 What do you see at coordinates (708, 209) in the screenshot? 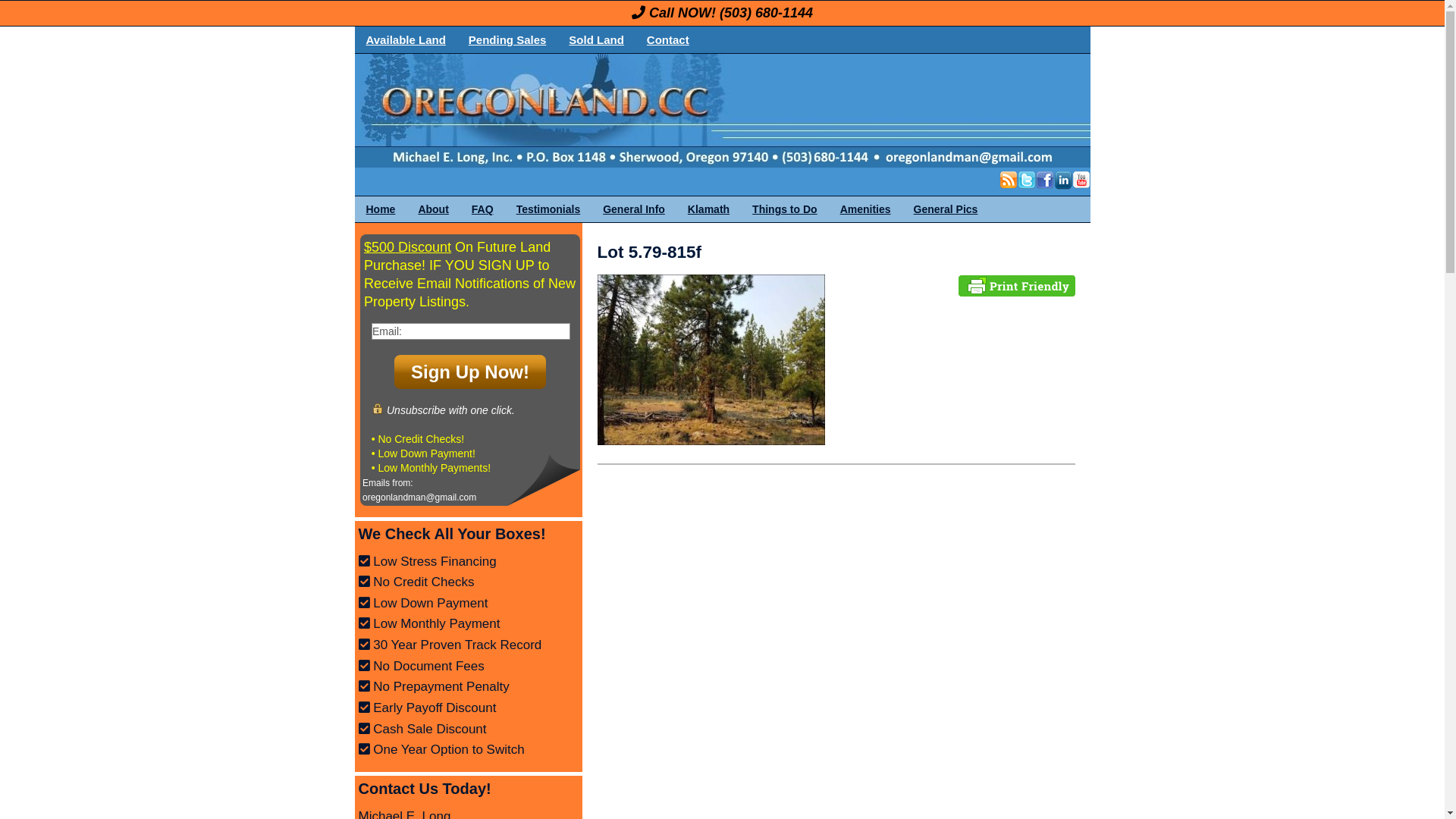
I see `'Klamath'` at bounding box center [708, 209].